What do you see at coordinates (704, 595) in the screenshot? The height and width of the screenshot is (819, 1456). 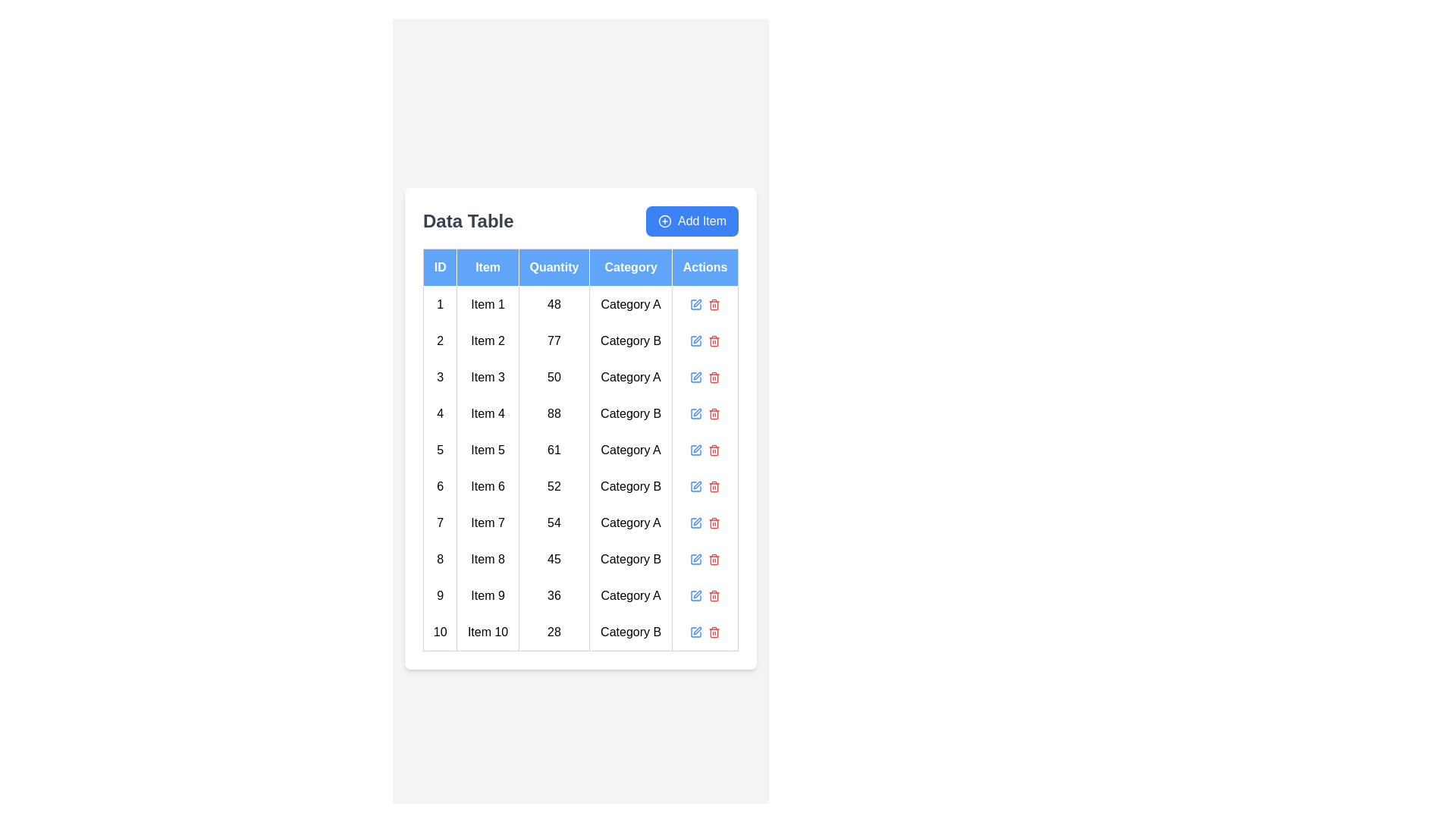 I see `the red delete icon in the actions column for the Item 9 entry` at bounding box center [704, 595].